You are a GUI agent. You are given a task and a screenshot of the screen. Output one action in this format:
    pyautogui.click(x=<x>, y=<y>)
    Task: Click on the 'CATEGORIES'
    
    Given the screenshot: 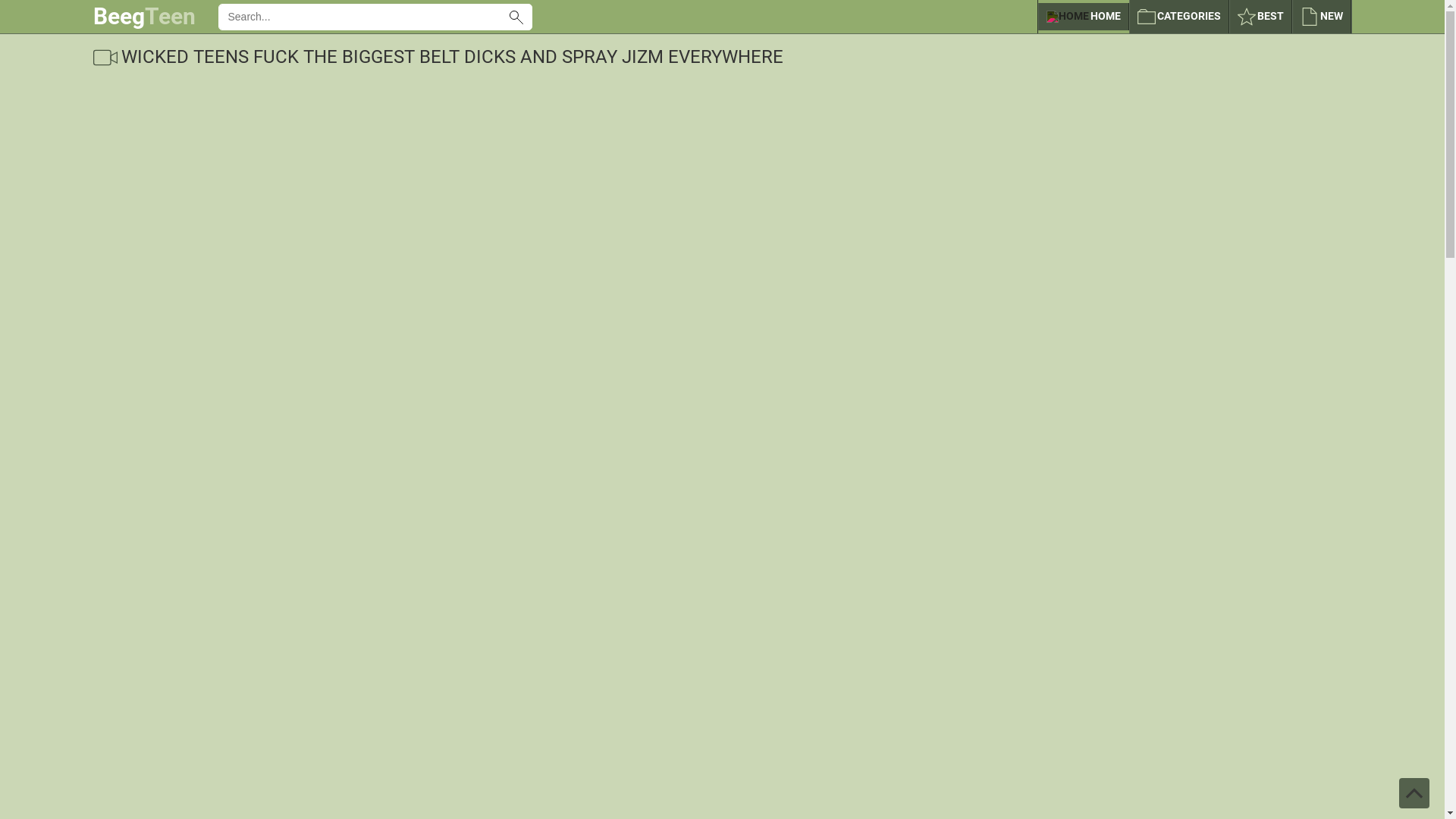 What is the action you would take?
    pyautogui.click(x=1128, y=17)
    